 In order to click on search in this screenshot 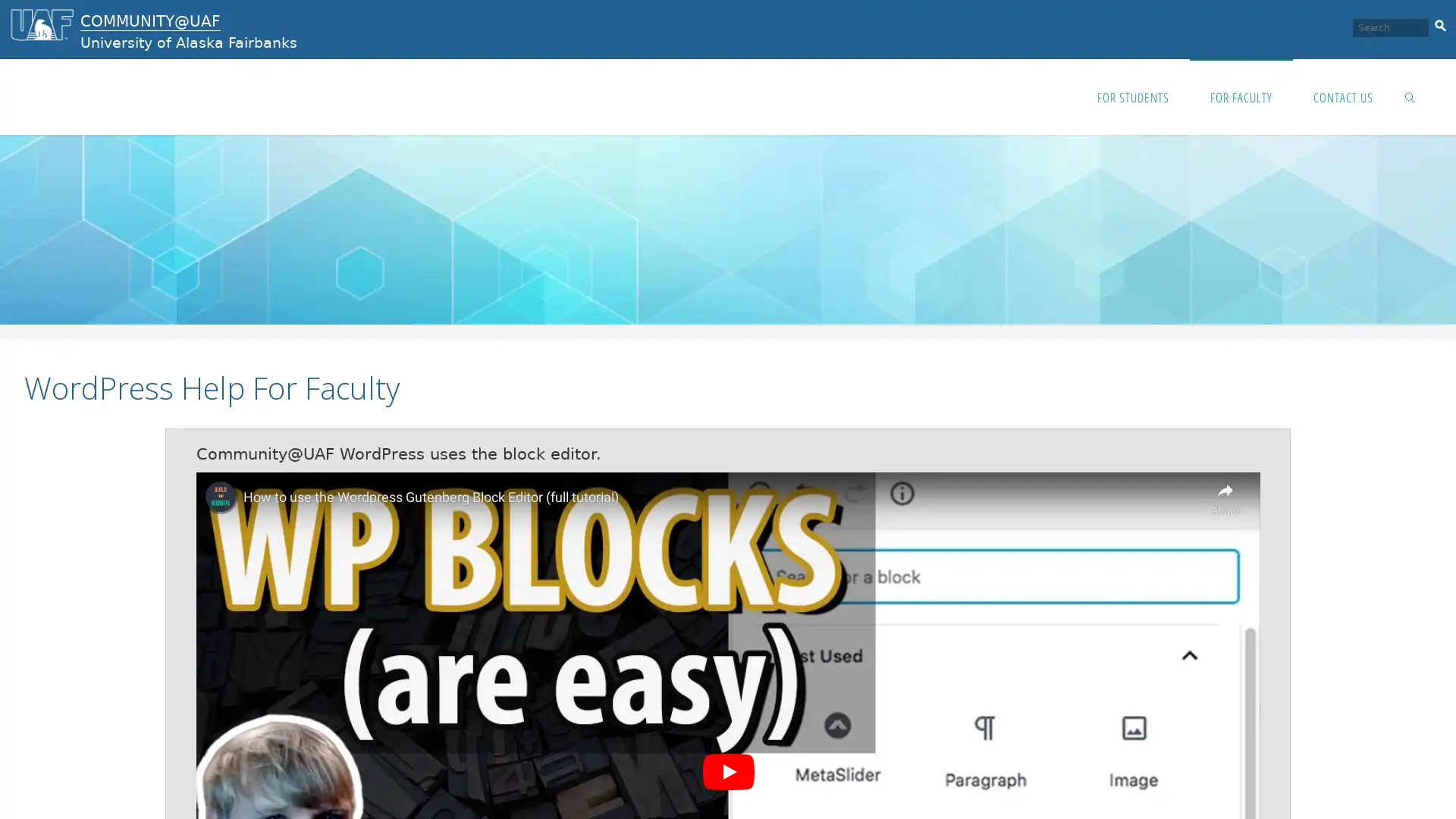, I will do `click(1439, 23)`.